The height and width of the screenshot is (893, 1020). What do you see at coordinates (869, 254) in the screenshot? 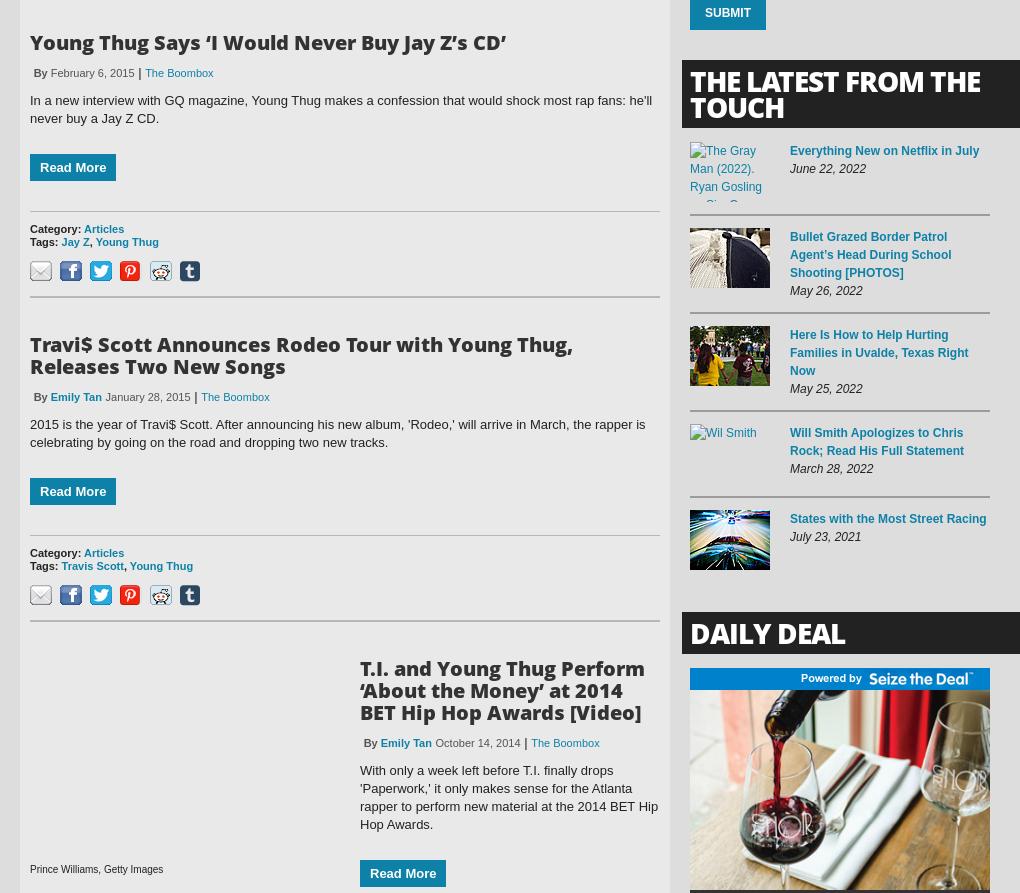
I see `'Bullet Grazed Border Patrol Agent’s Head During School Shooting [PHOTOS]'` at bounding box center [869, 254].